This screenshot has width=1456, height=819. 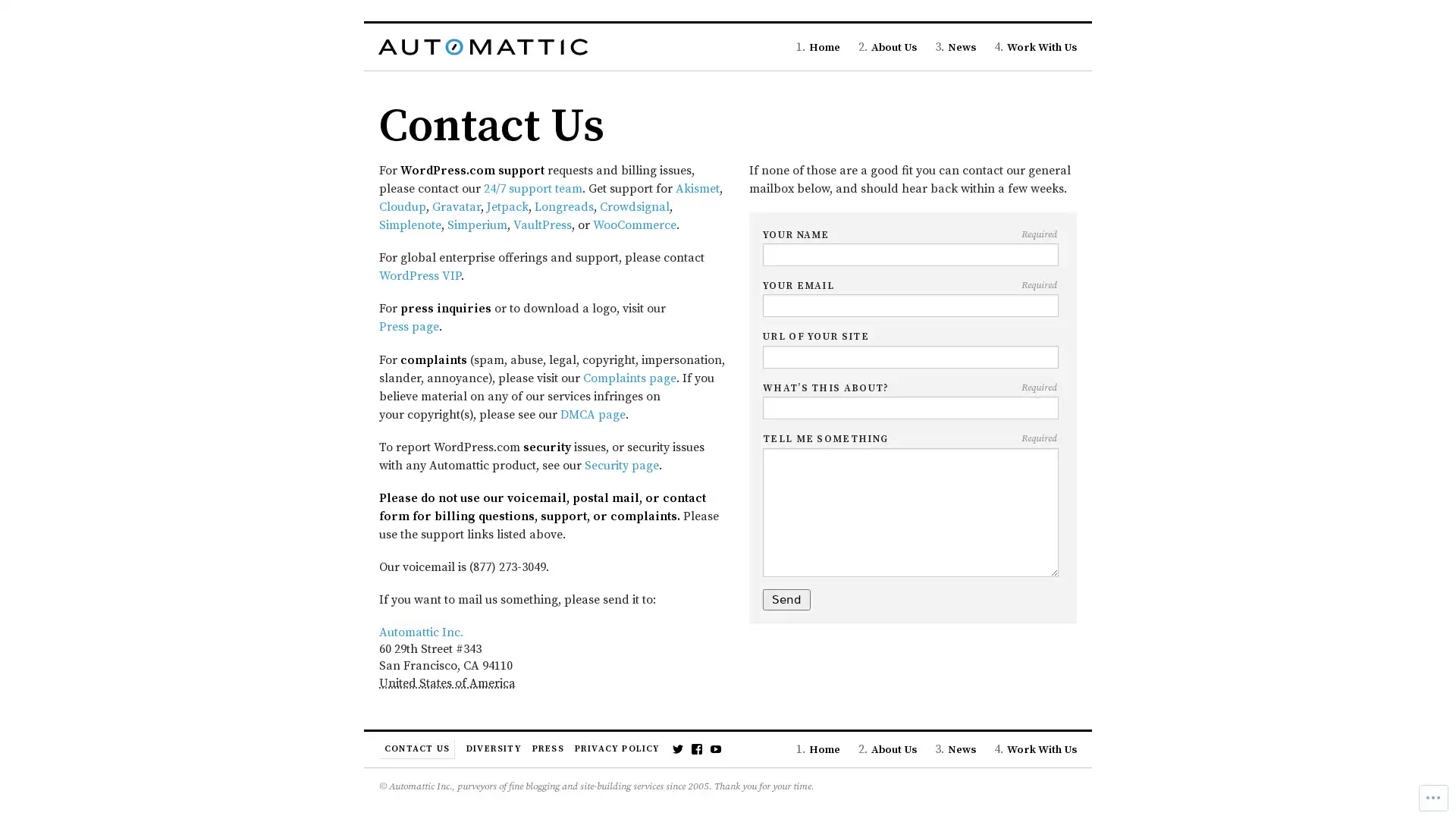 I want to click on Send, so click(x=786, y=598).